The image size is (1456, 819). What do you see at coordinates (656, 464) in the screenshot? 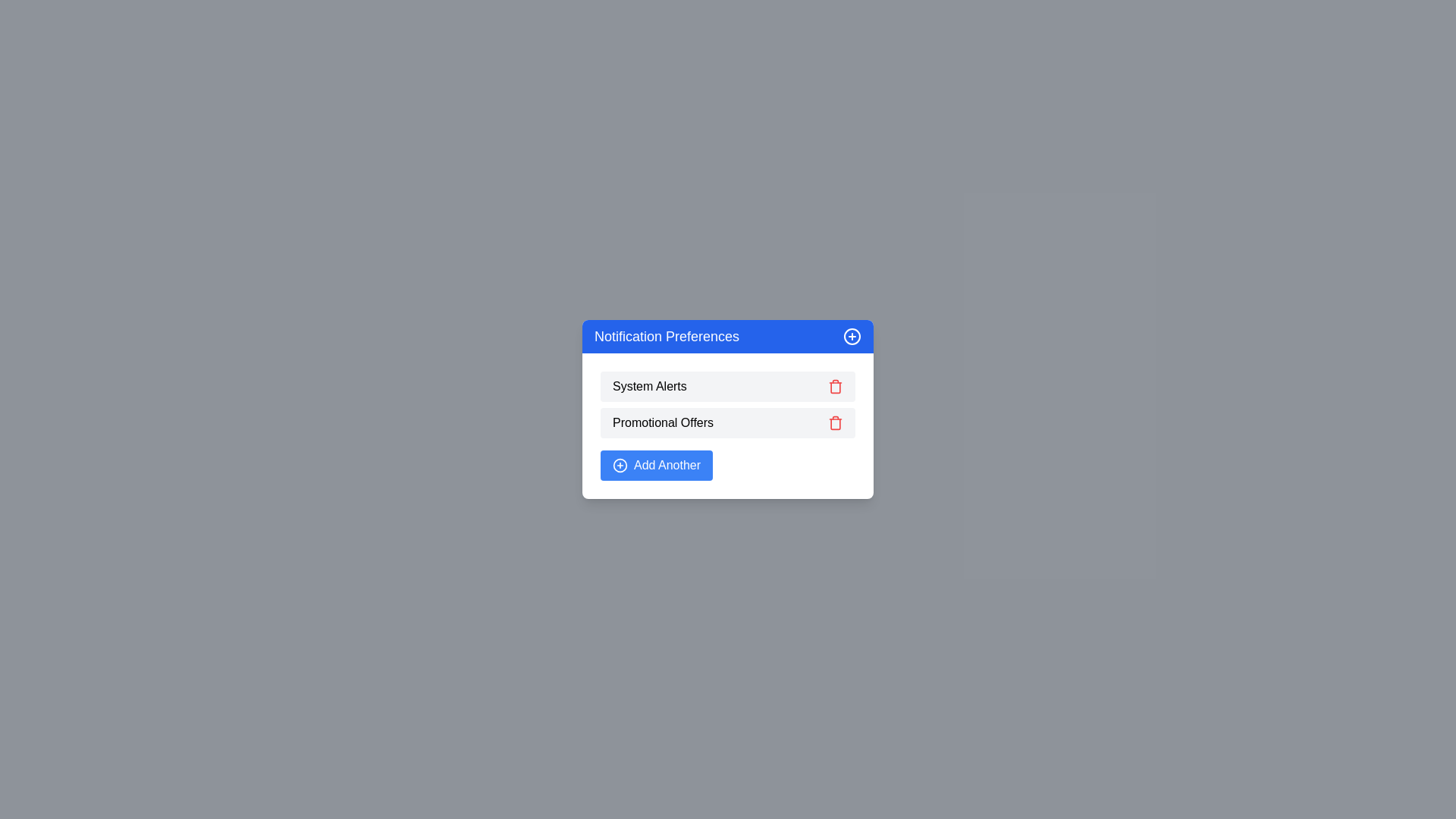
I see `the blue rectangular button labeled 'Add Another' with a white circular plus symbol` at bounding box center [656, 464].